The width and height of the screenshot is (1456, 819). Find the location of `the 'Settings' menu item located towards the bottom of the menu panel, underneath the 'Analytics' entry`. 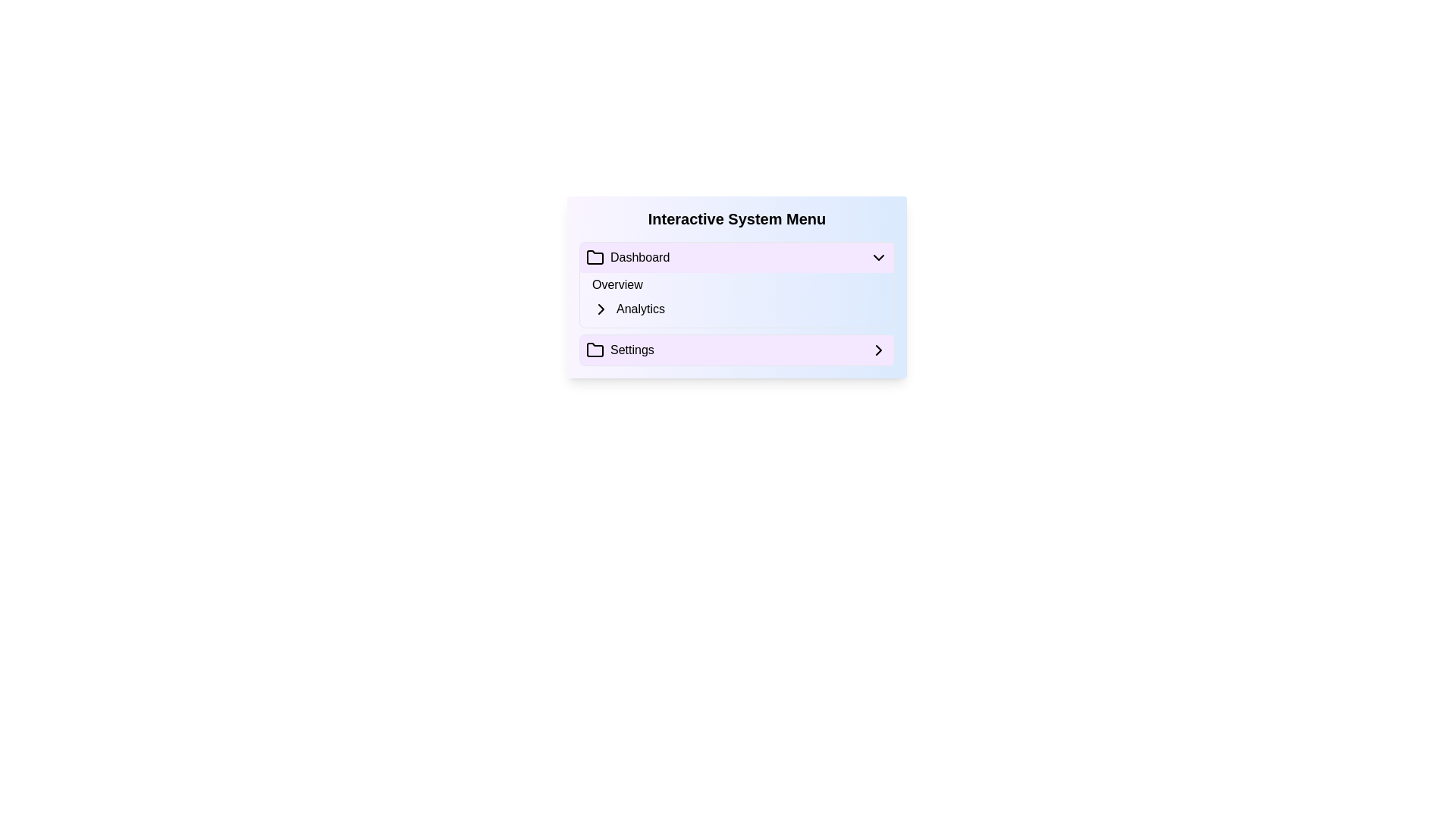

the 'Settings' menu item located towards the bottom of the menu panel, underneath the 'Analytics' entry is located at coordinates (620, 350).